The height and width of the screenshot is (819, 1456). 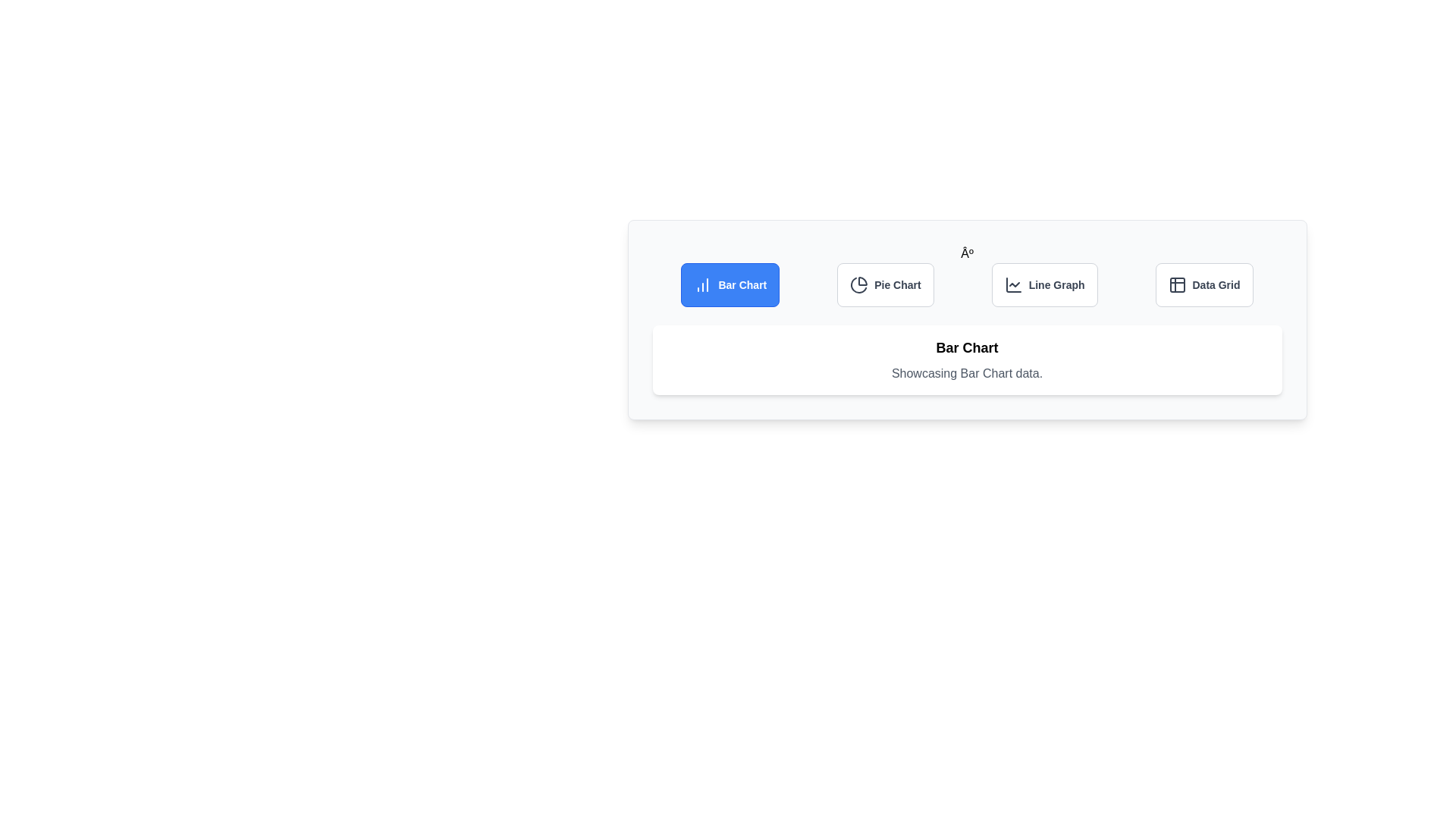 I want to click on the button labeled Pie Chart to observe its visual feedback, so click(x=885, y=284).